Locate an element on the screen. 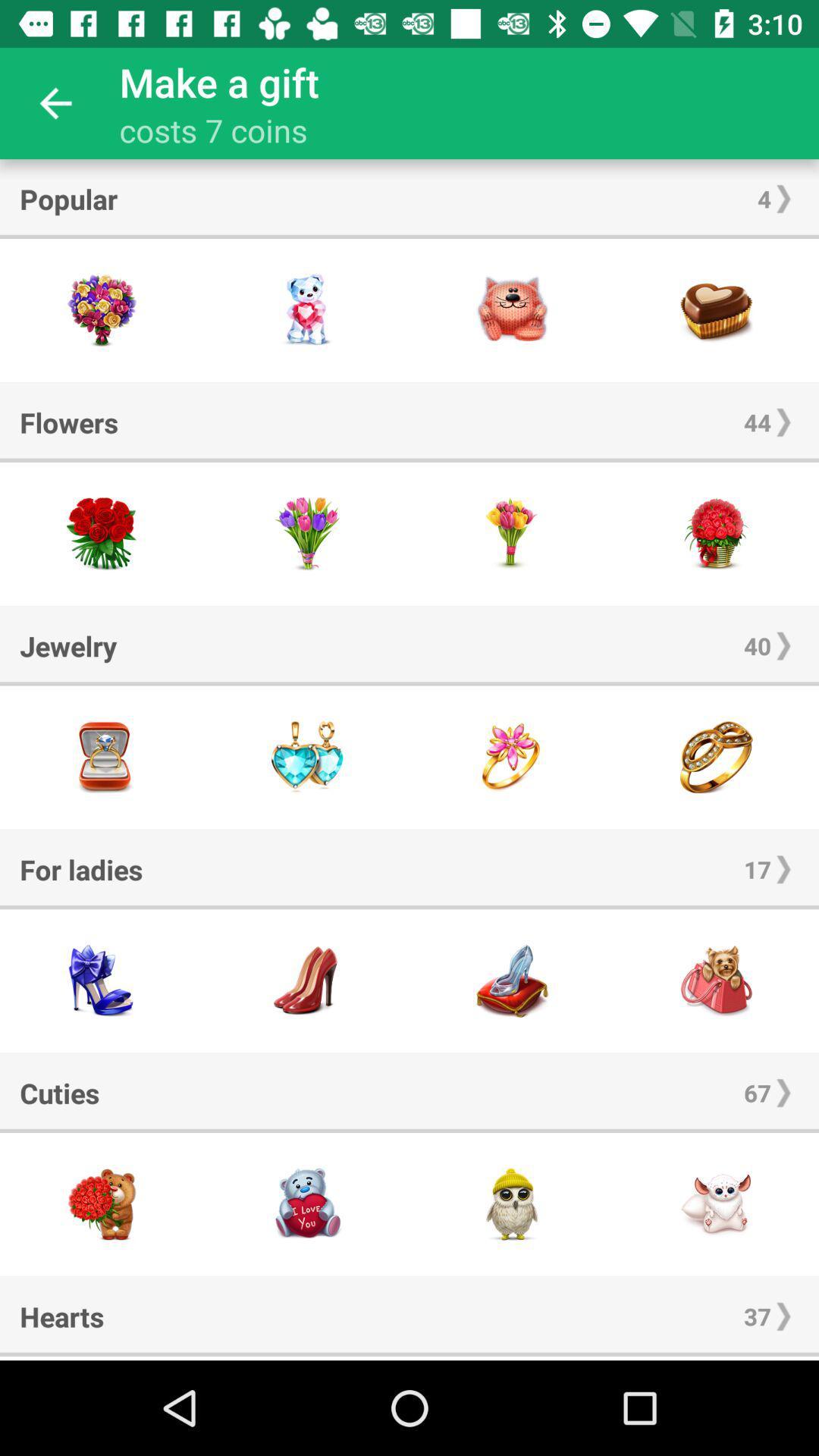 This screenshot has width=819, height=1456. this gift button is located at coordinates (307, 534).